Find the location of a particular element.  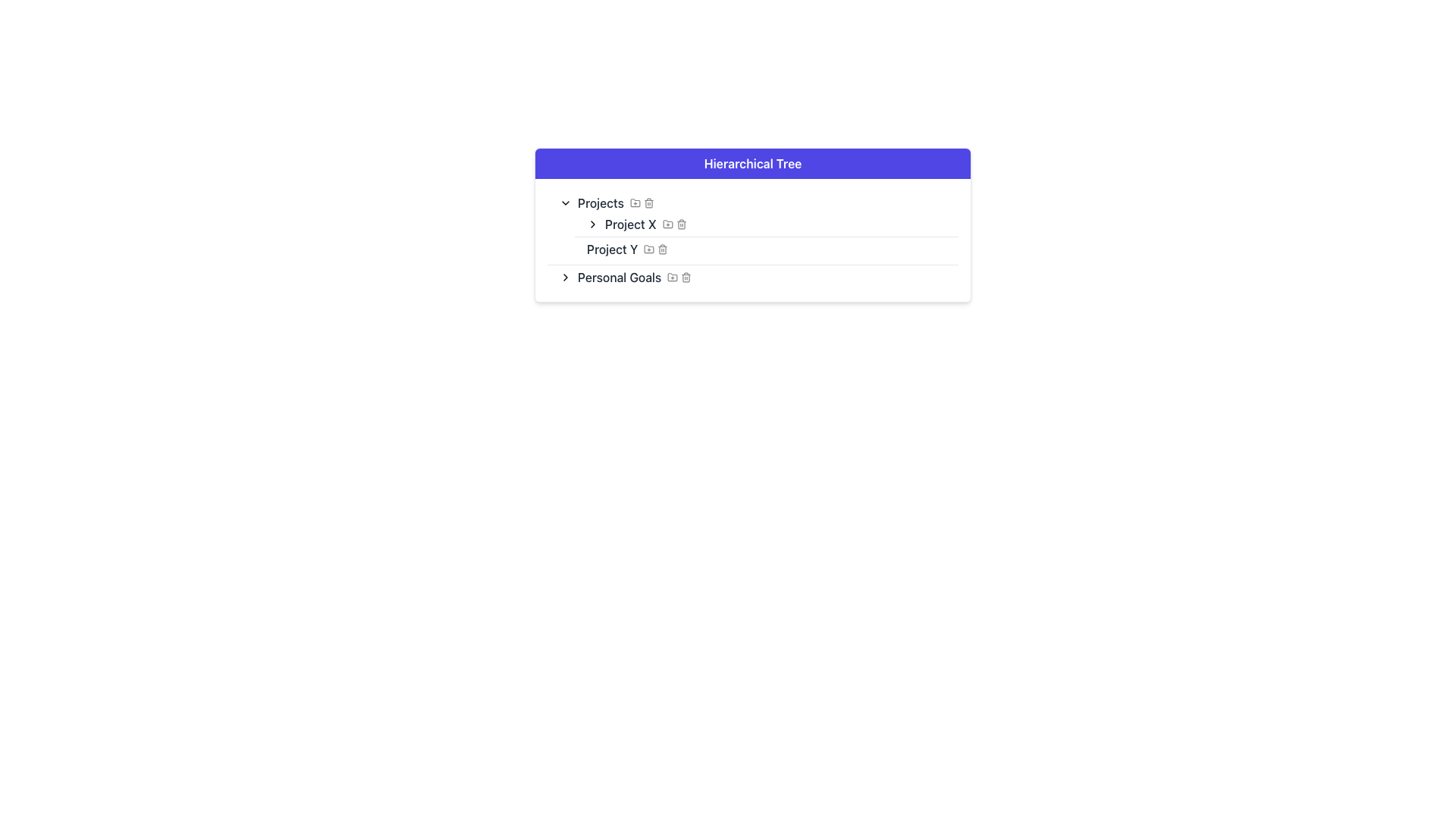

the text label displaying 'Project Y' in a gray-styled font, which is the second item under the 'Projects' section in the hierarchical tree interface is located at coordinates (612, 248).